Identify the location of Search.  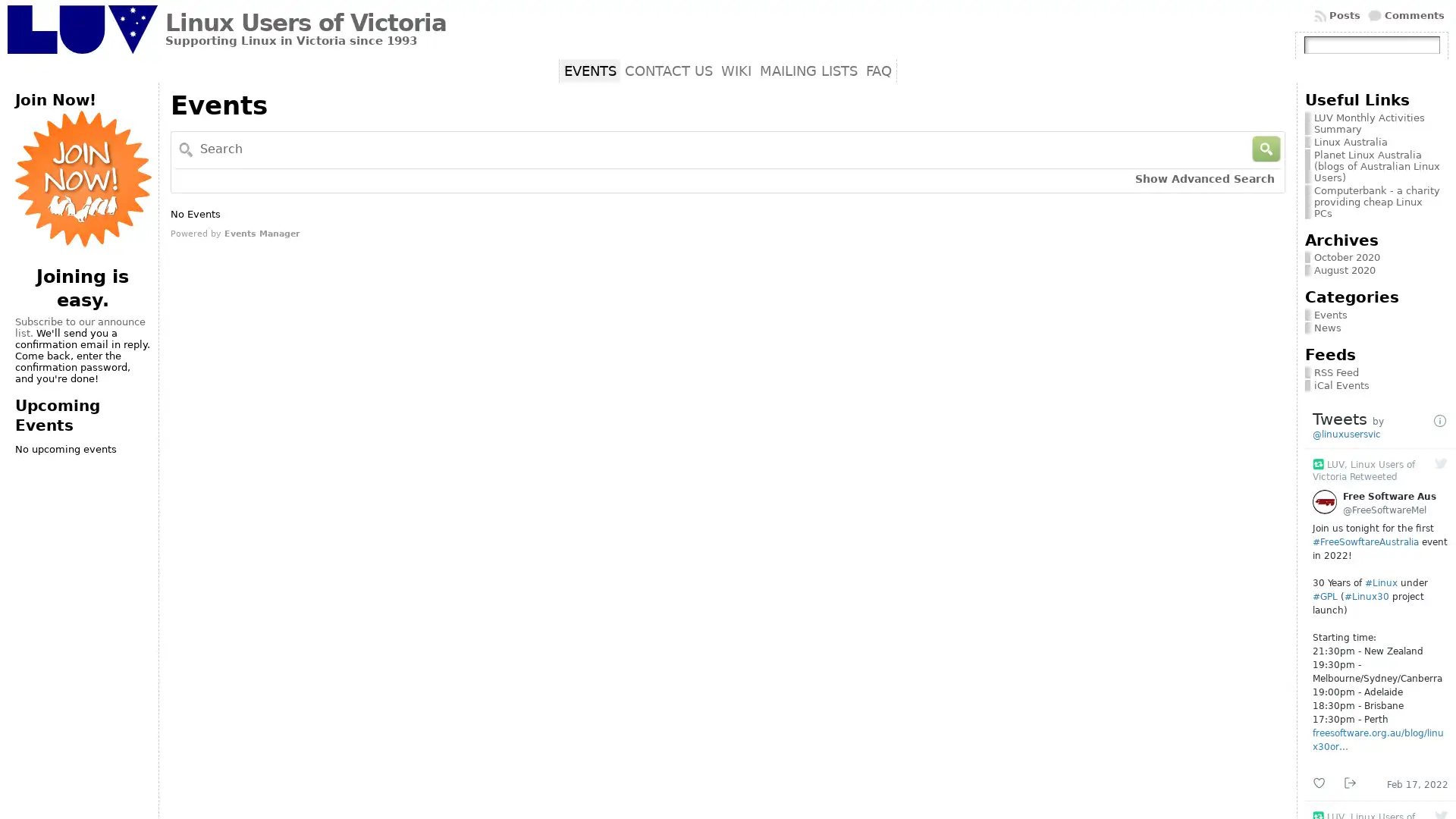
(1266, 148).